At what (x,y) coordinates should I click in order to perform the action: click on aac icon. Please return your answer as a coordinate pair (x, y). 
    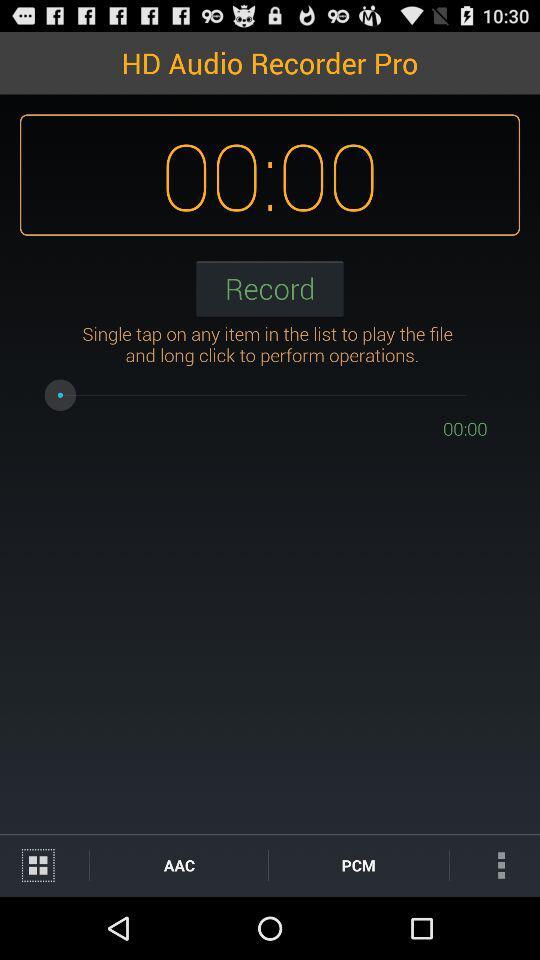
    Looking at the image, I should click on (179, 864).